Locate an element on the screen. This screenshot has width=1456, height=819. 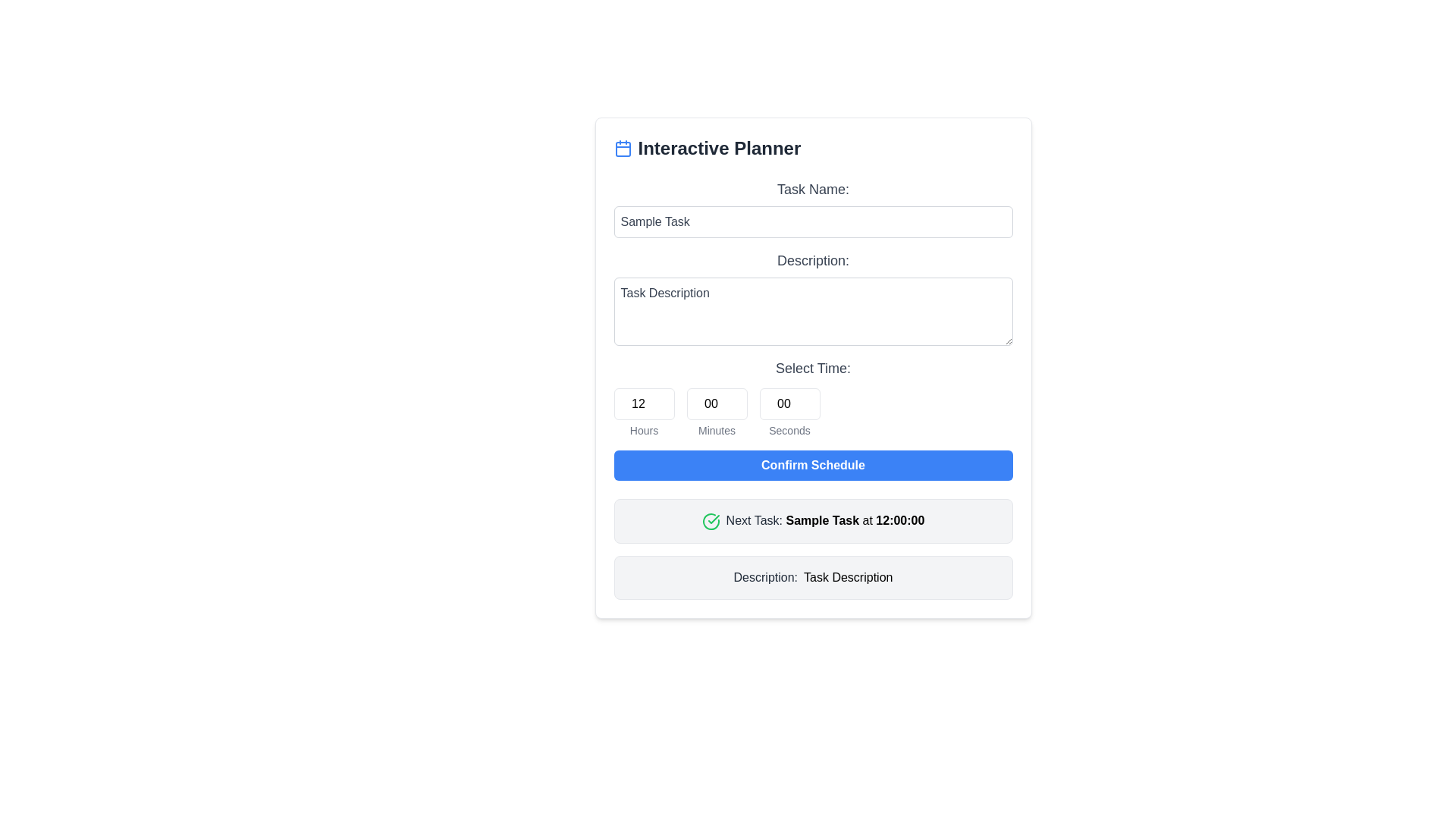
the label indicating the purpose of the numeric input for minute selection, positioned in the 'Select Time' section, directly below the numeric input field is located at coordinates (716, 430).